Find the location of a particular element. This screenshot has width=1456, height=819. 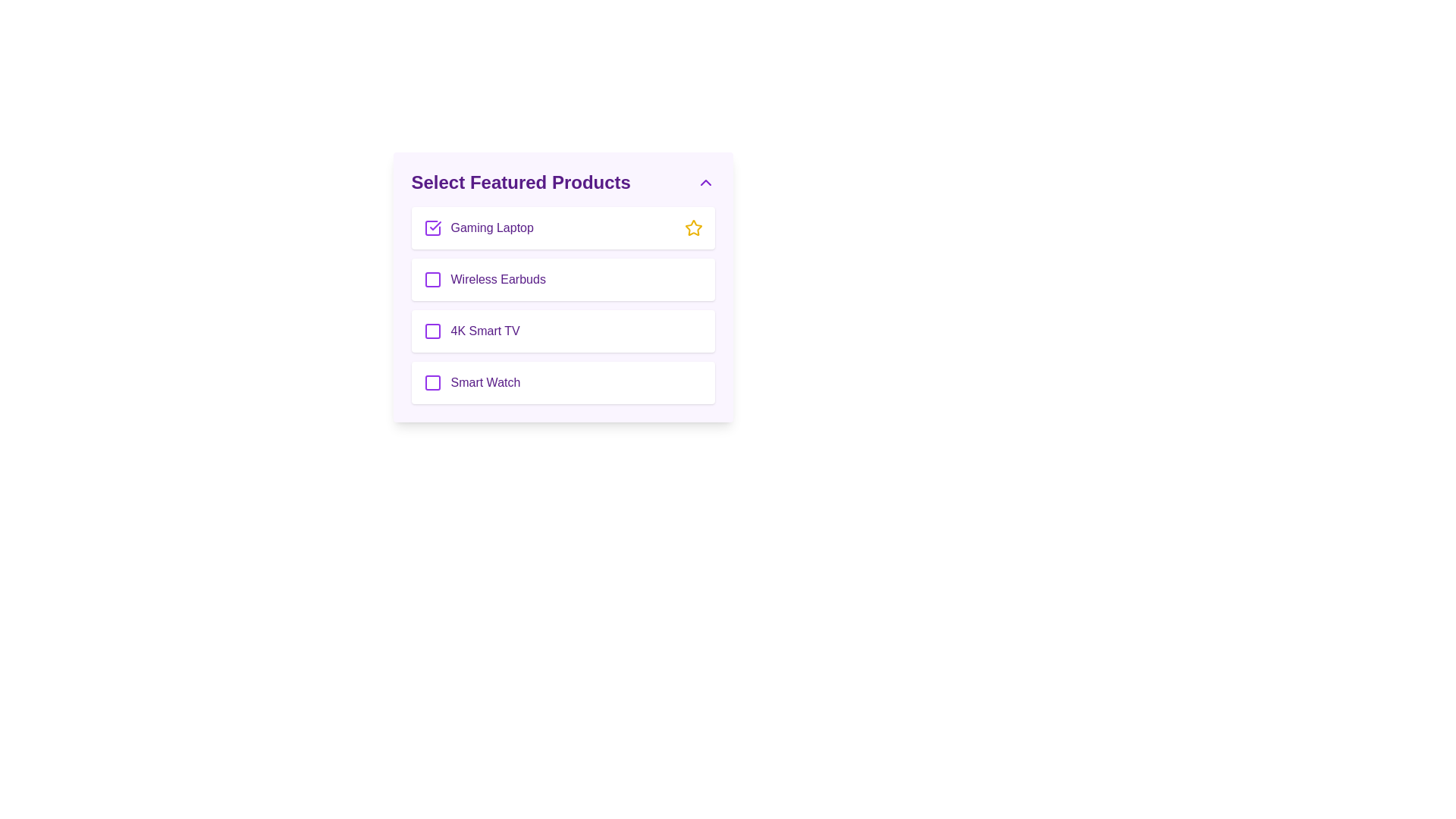

the checkbox for '4K Smart TV' is located at coordinates (431, 330).